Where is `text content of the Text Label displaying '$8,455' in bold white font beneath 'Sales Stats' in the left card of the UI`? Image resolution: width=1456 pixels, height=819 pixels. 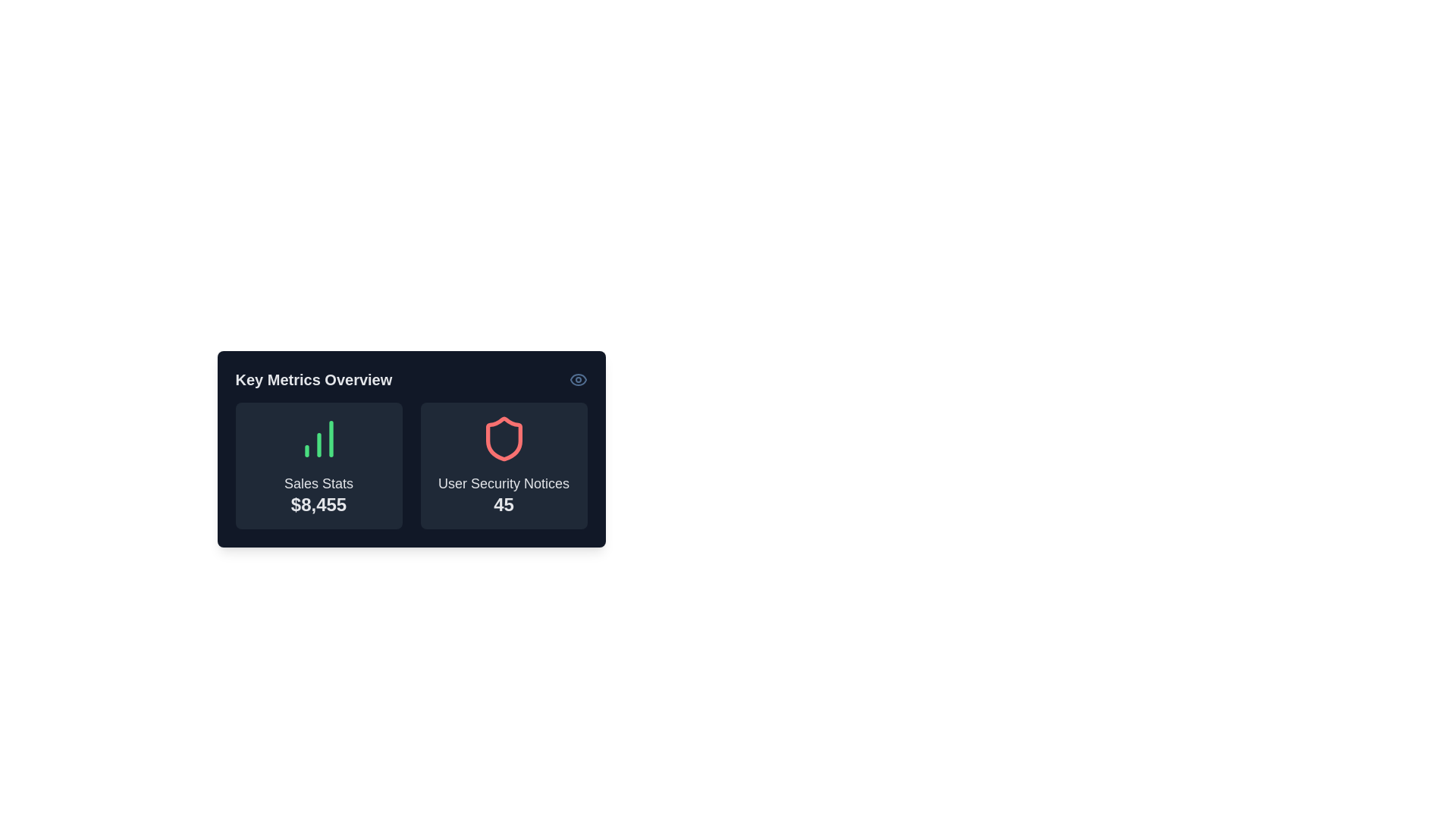
text content of the Text Label displaying '$8,455' in bold white font beneath 'Sales Stats' in the left card of the UI is located at coordinates (318, 504).